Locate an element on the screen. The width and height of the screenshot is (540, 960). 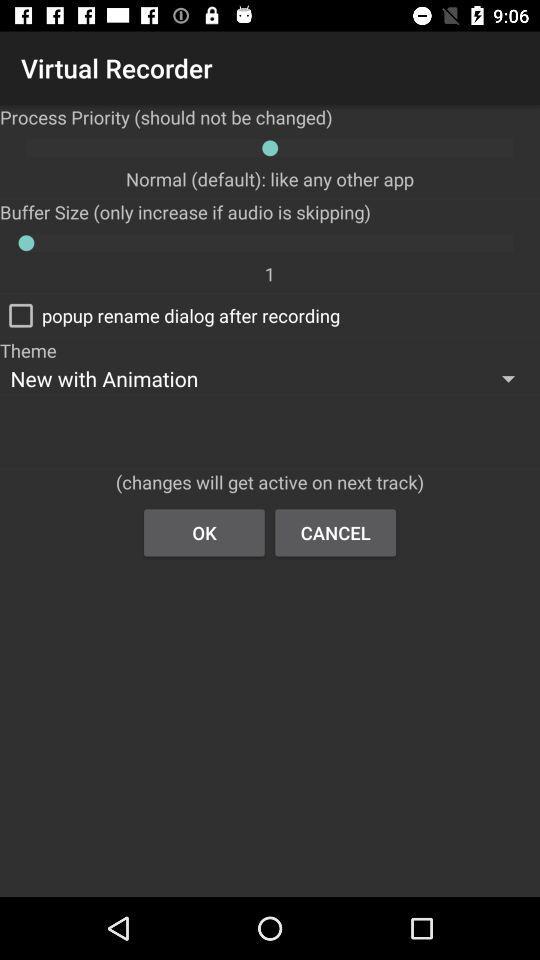
cancel icon is located at coordinates (335, 531).